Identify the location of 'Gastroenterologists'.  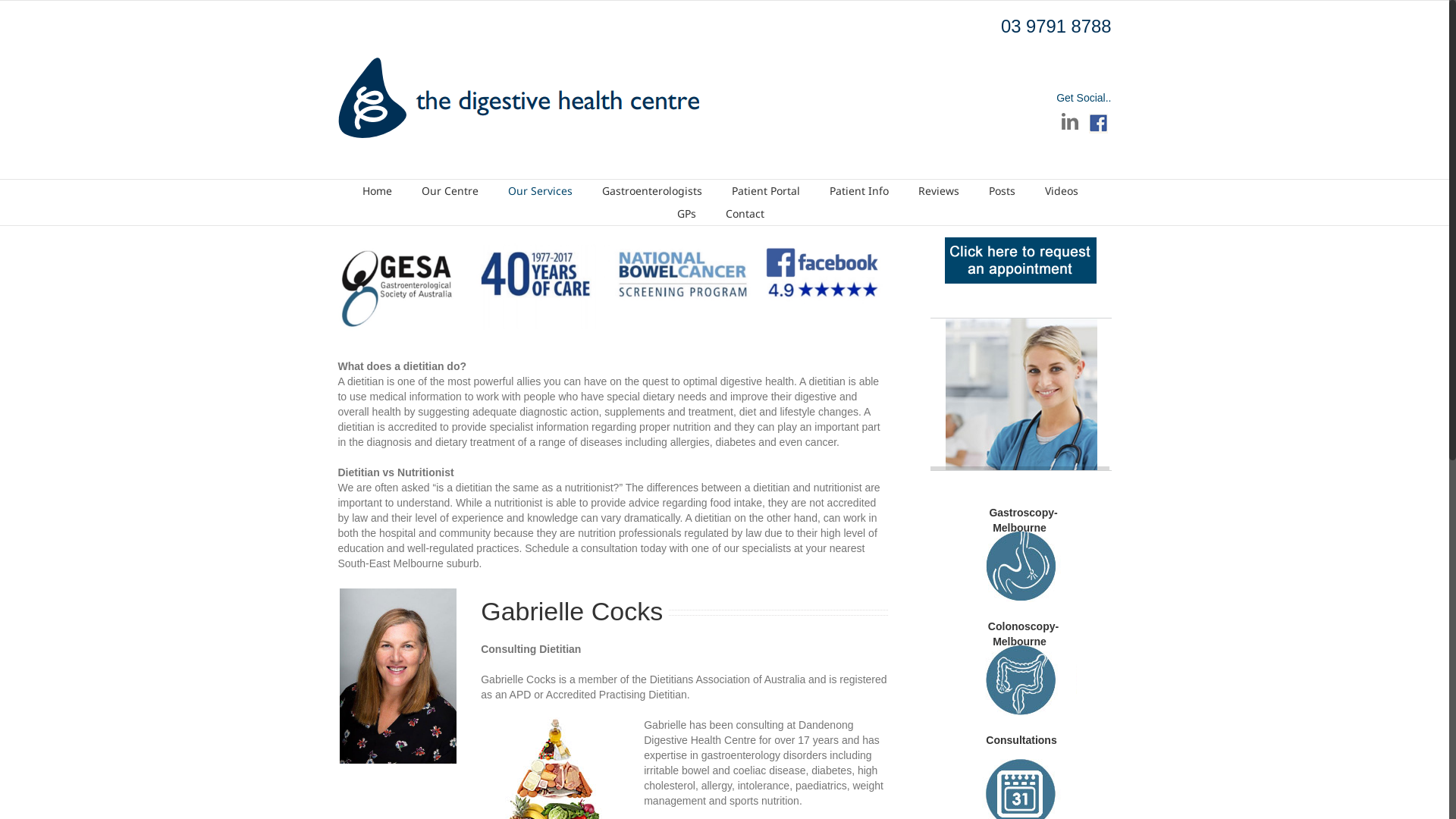
(651, 190).